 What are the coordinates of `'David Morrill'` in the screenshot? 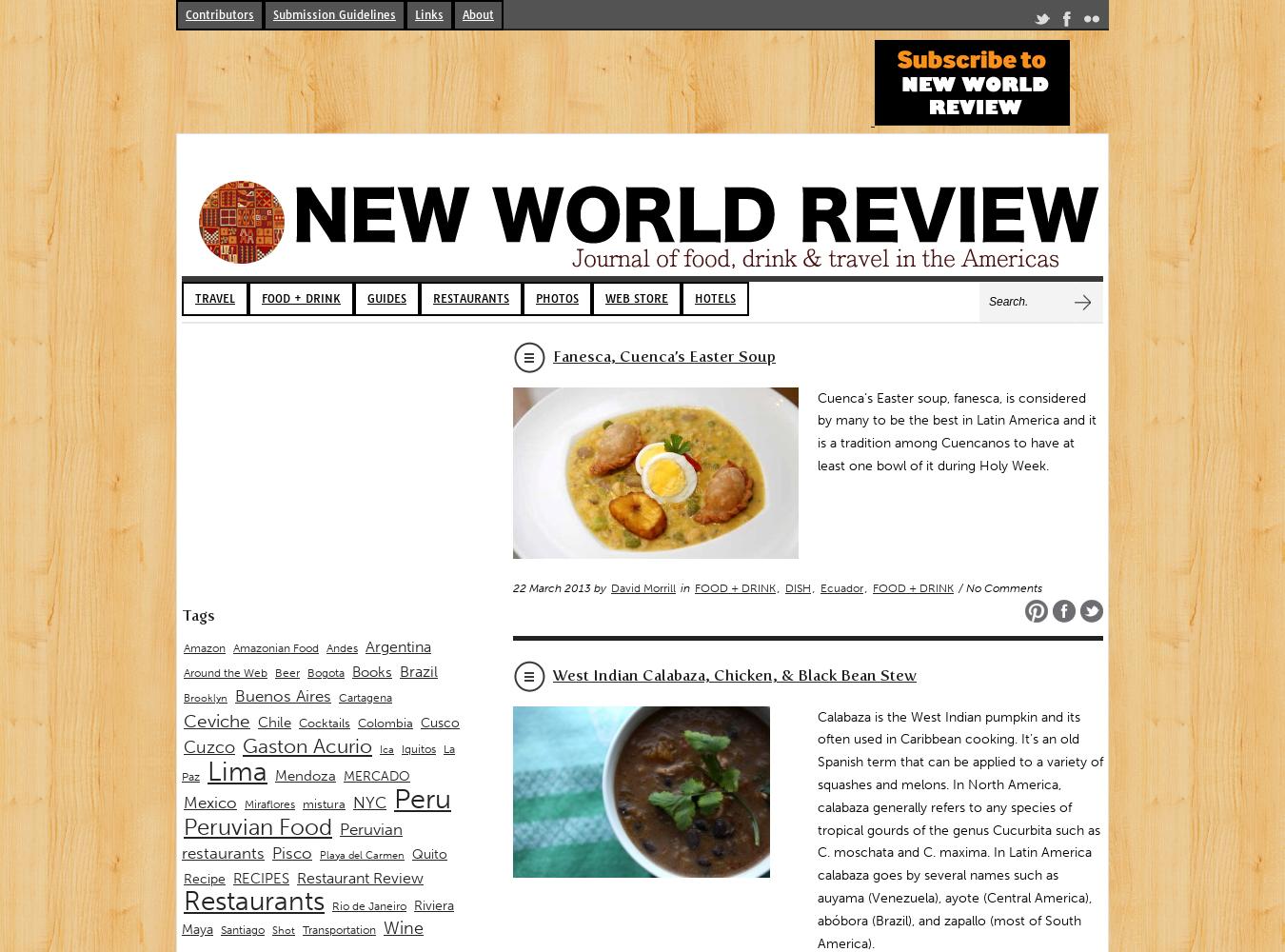 It's located at (642, 586).